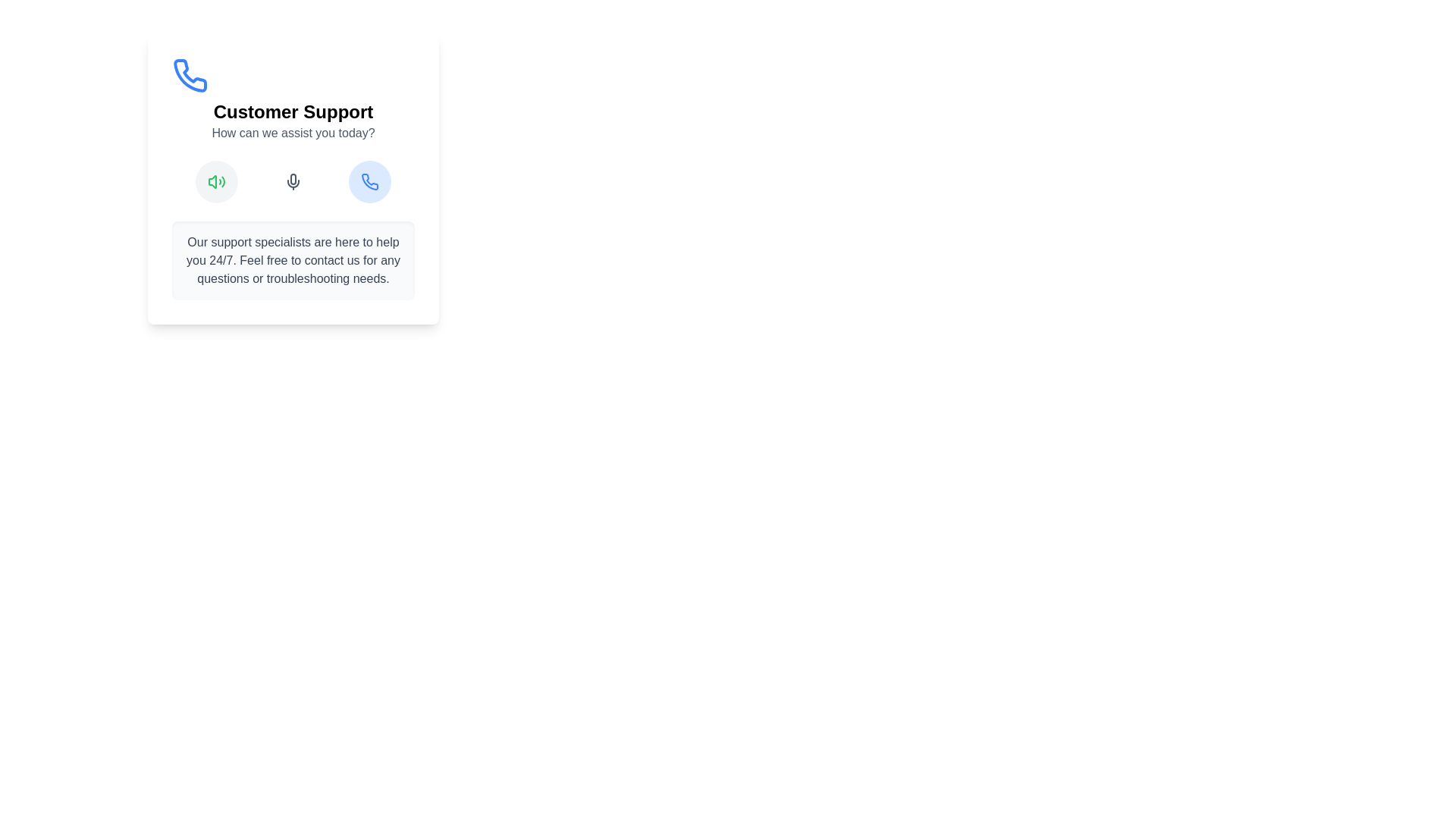 Image resolution: width=1456 pixels, height=819 pixels. Describe the element at coordinates (189, 76) in the screenshot. I see `the phone icon located at the top-left corner of the 'Customer Support' card, which is above the text 'Customer Support'` at that location.